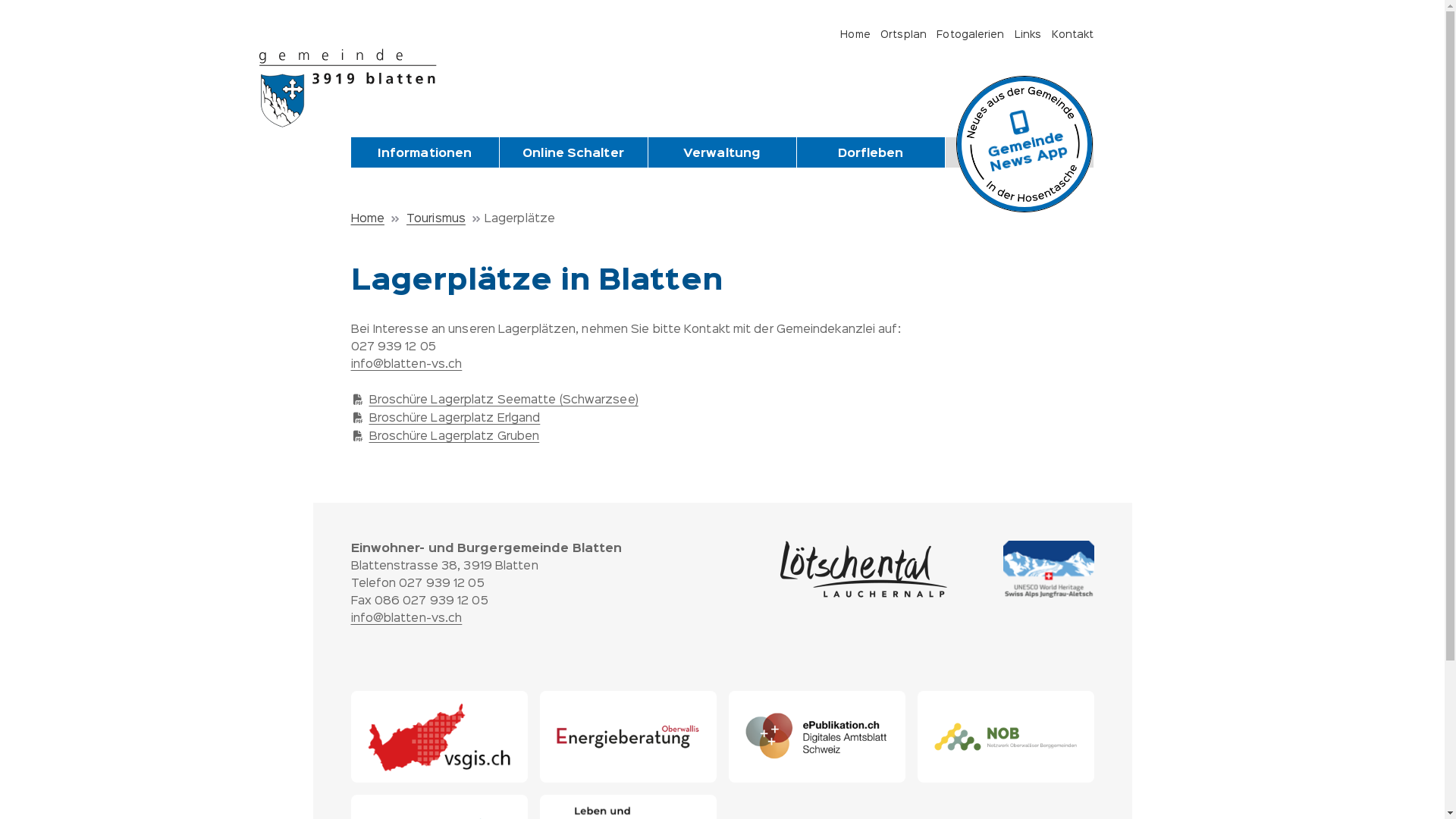  I want to click on 'Links', so click(1015, 34).